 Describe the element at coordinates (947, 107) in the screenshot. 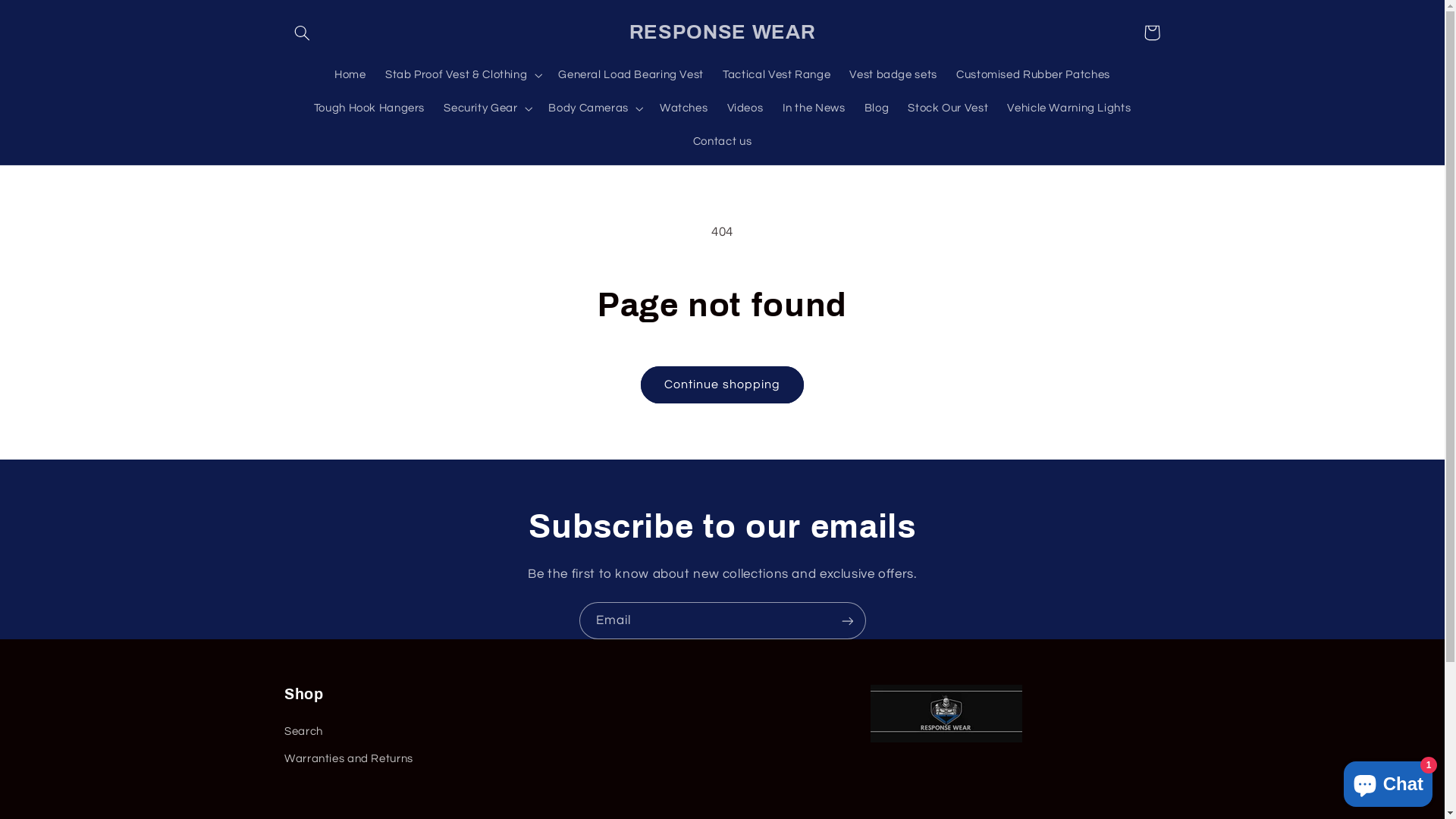

I see `'Stock Our Vest'` at that location.